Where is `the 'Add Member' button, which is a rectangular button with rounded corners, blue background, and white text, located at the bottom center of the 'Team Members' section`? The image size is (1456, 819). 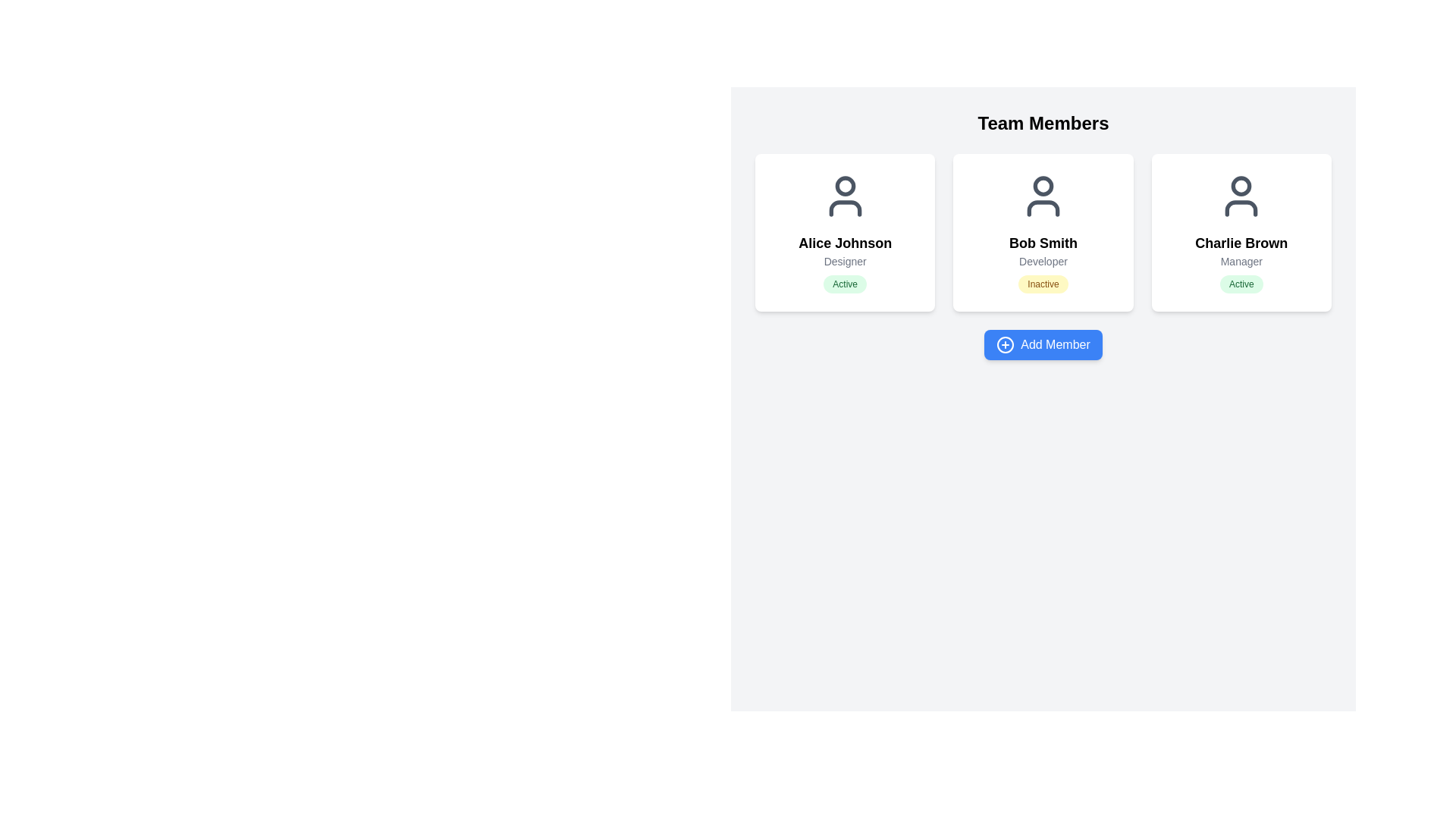 the 'Add Member' button, which is a rectangular button with rounded corners, blue background, and white text, located at the bottom center of the 'Team Members' section is located at coordinates (1043, 345).